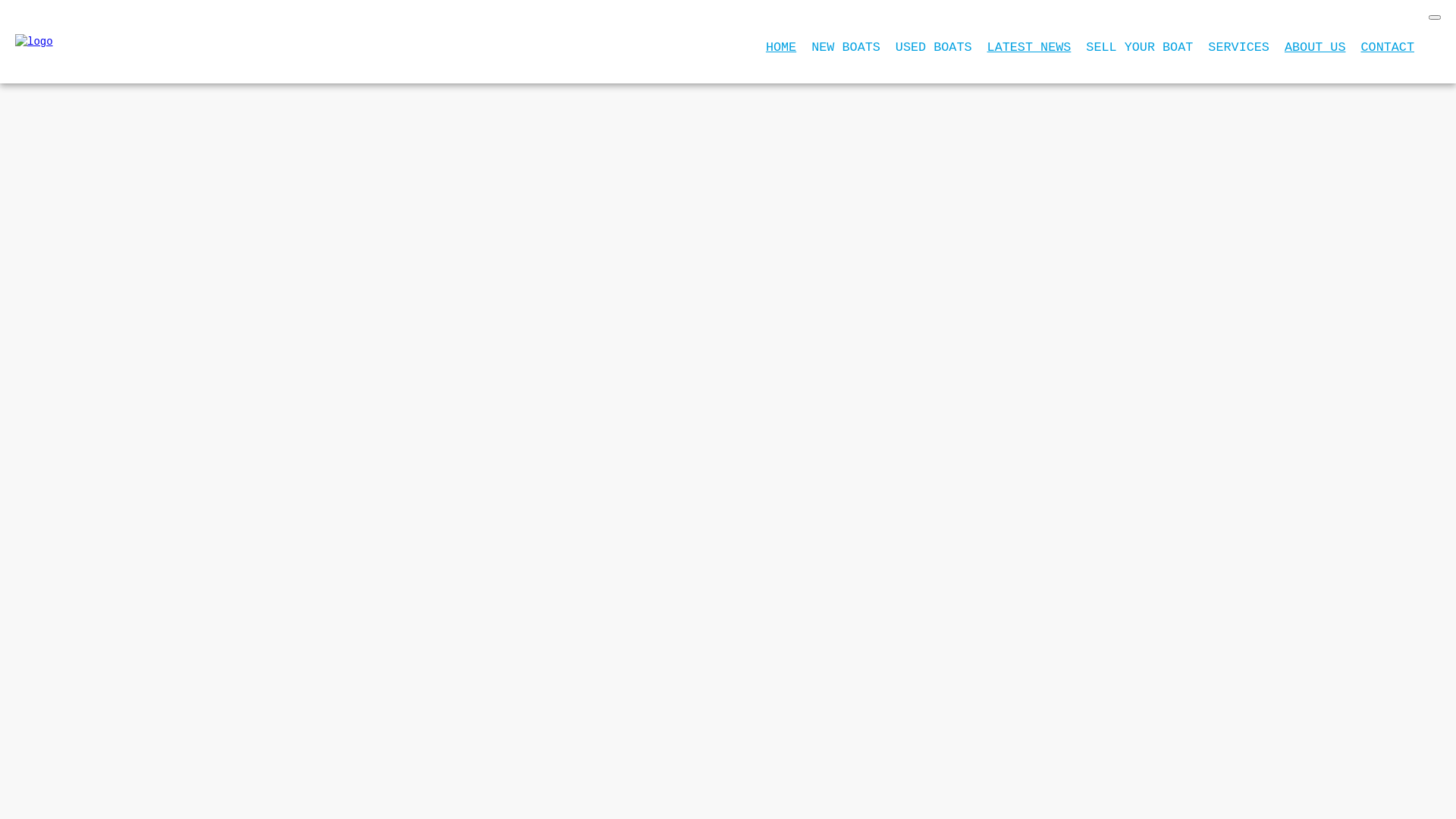  I want to click on 'USED BOATS', so click(933, 46).